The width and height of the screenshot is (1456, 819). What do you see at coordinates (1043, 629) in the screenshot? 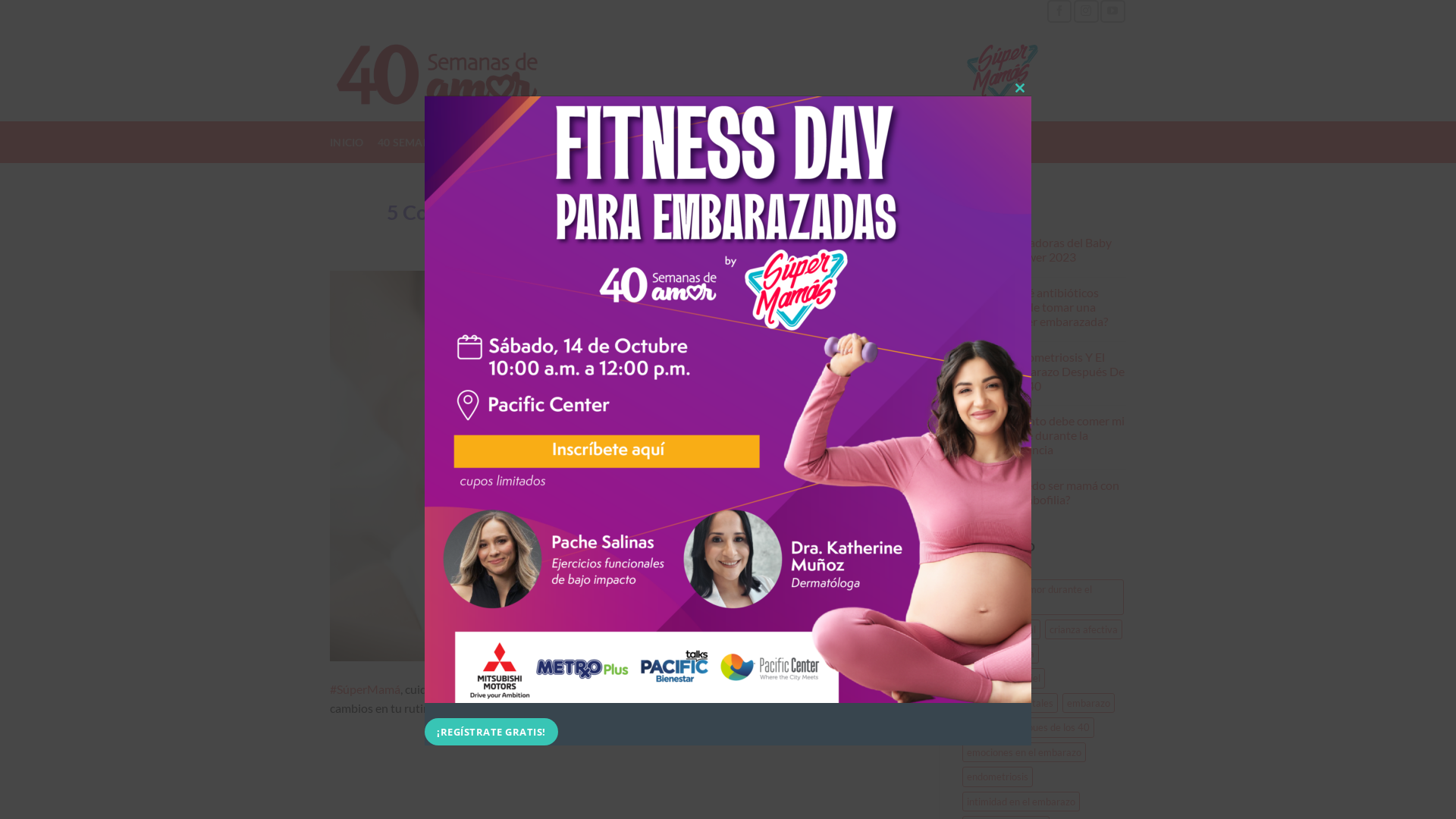
I see `'crianza afectiva'` at bounding box center [1043, 629].